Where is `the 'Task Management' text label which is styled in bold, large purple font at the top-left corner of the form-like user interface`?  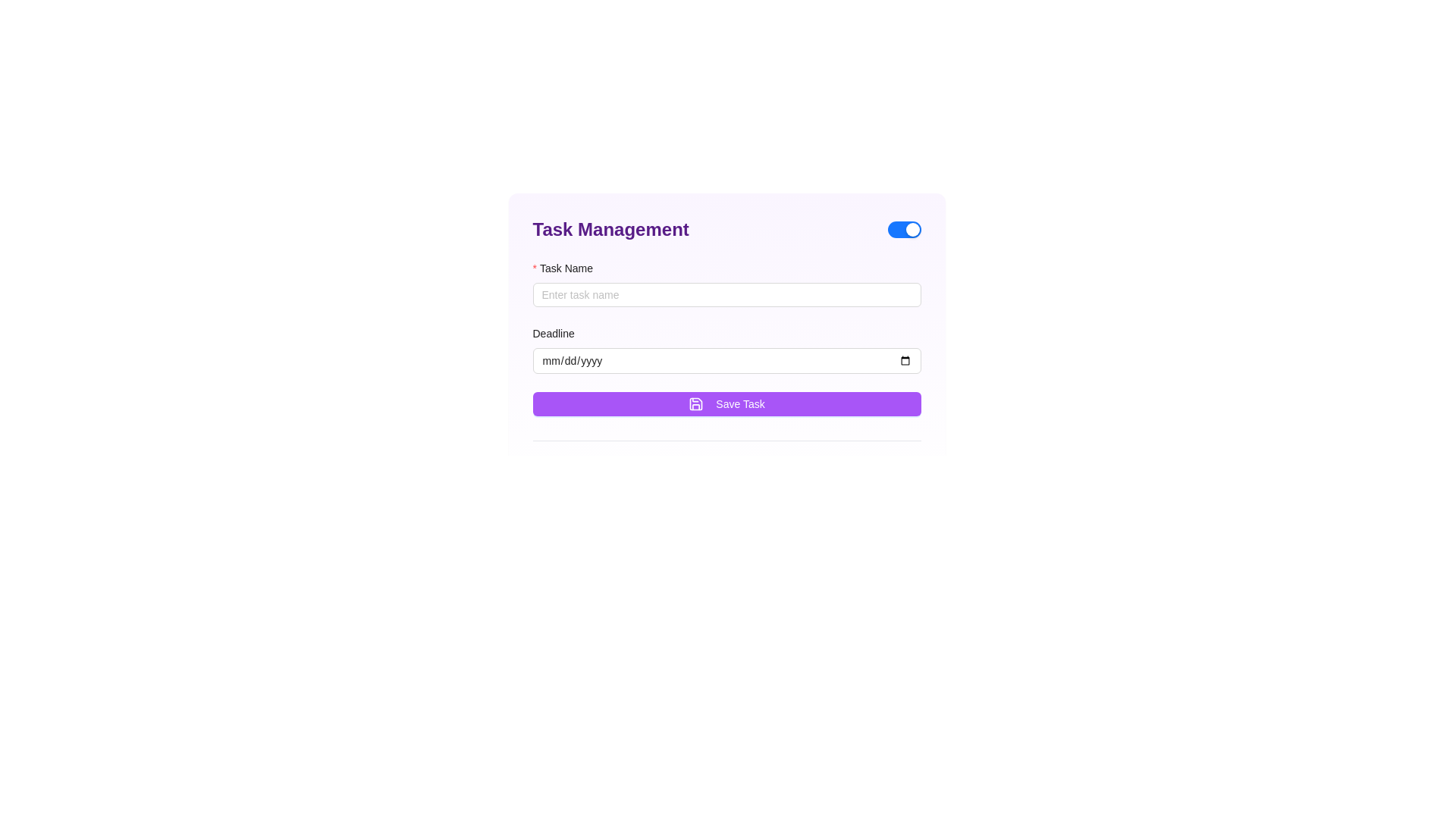
the 'Task Management' text label which is styled in bold, large purple font at the top-left corner of the form-like user interface is located at coordinates (610, 230).